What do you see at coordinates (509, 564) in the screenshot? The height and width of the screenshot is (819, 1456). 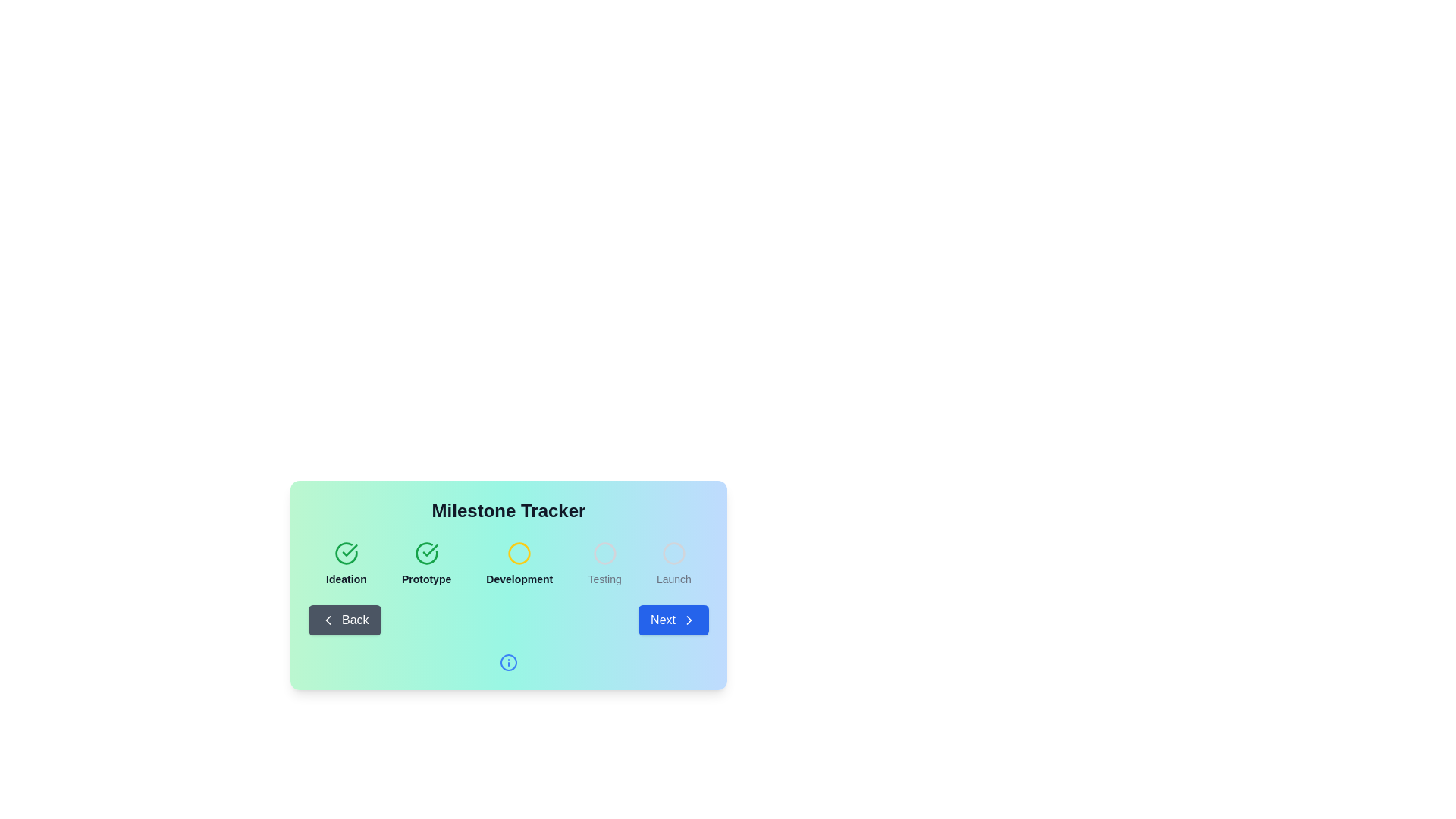 I see `the labels of the Progress tracker located beneath the 'Milestone Tracker' title` at bounding box center [509, 564].